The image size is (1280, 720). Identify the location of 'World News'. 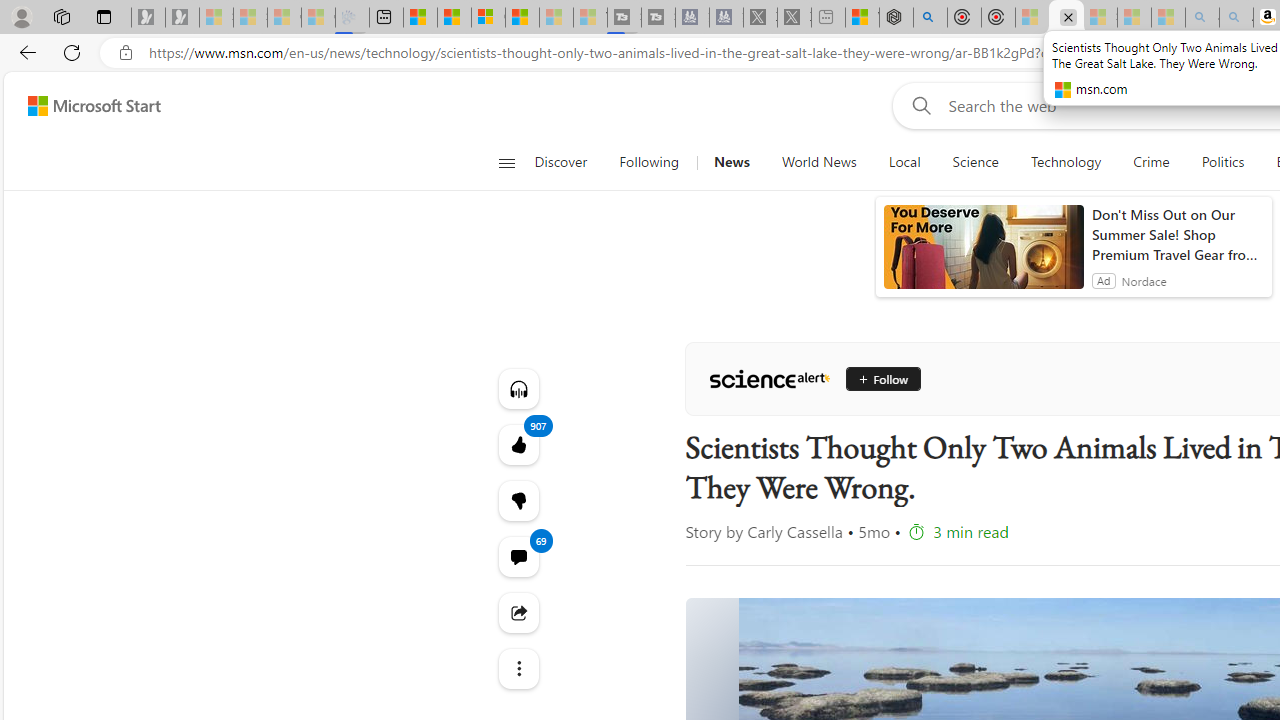
(819, 162).